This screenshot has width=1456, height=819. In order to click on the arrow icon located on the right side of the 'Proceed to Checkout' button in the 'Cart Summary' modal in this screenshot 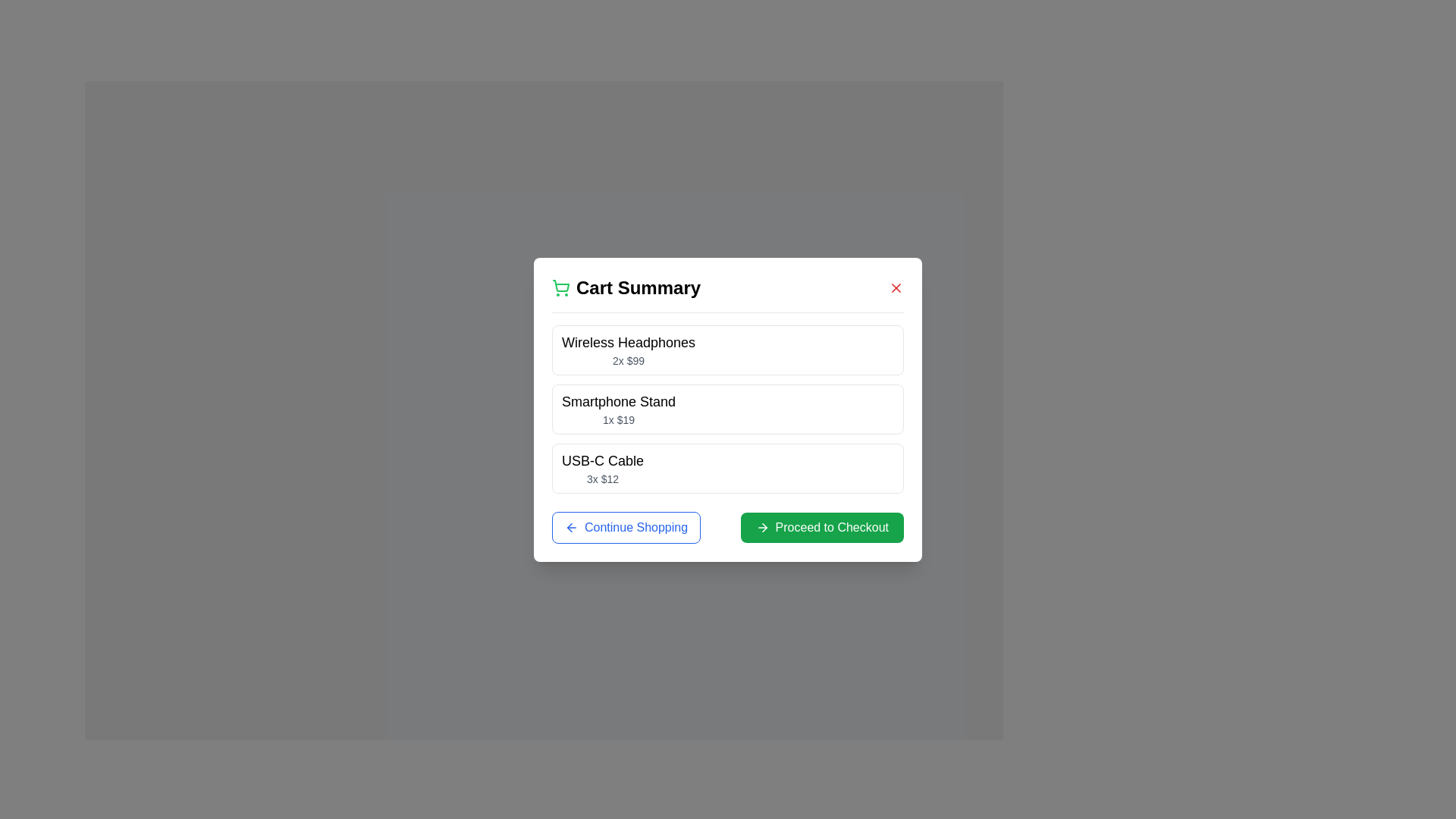, I will do `click(762, 526)`.